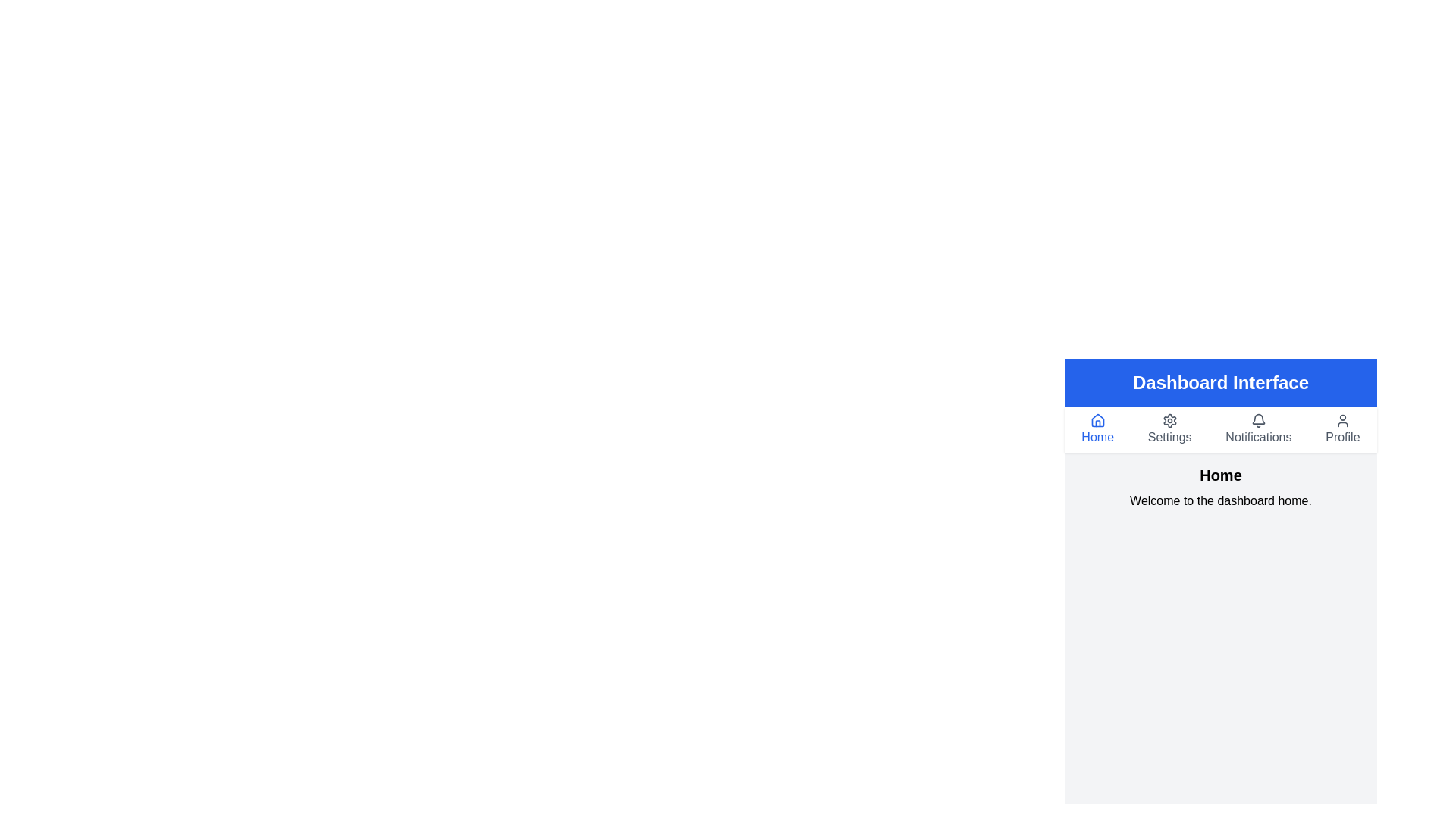 The height and width of the screenshot is (819, 1456). What do you see at coordinates (1169, 421) in the screenshot?
I see `the cogwheel icon located in the navigation bar beneath the 'Dashboard Interface'` at bounding box center [1169, 421].